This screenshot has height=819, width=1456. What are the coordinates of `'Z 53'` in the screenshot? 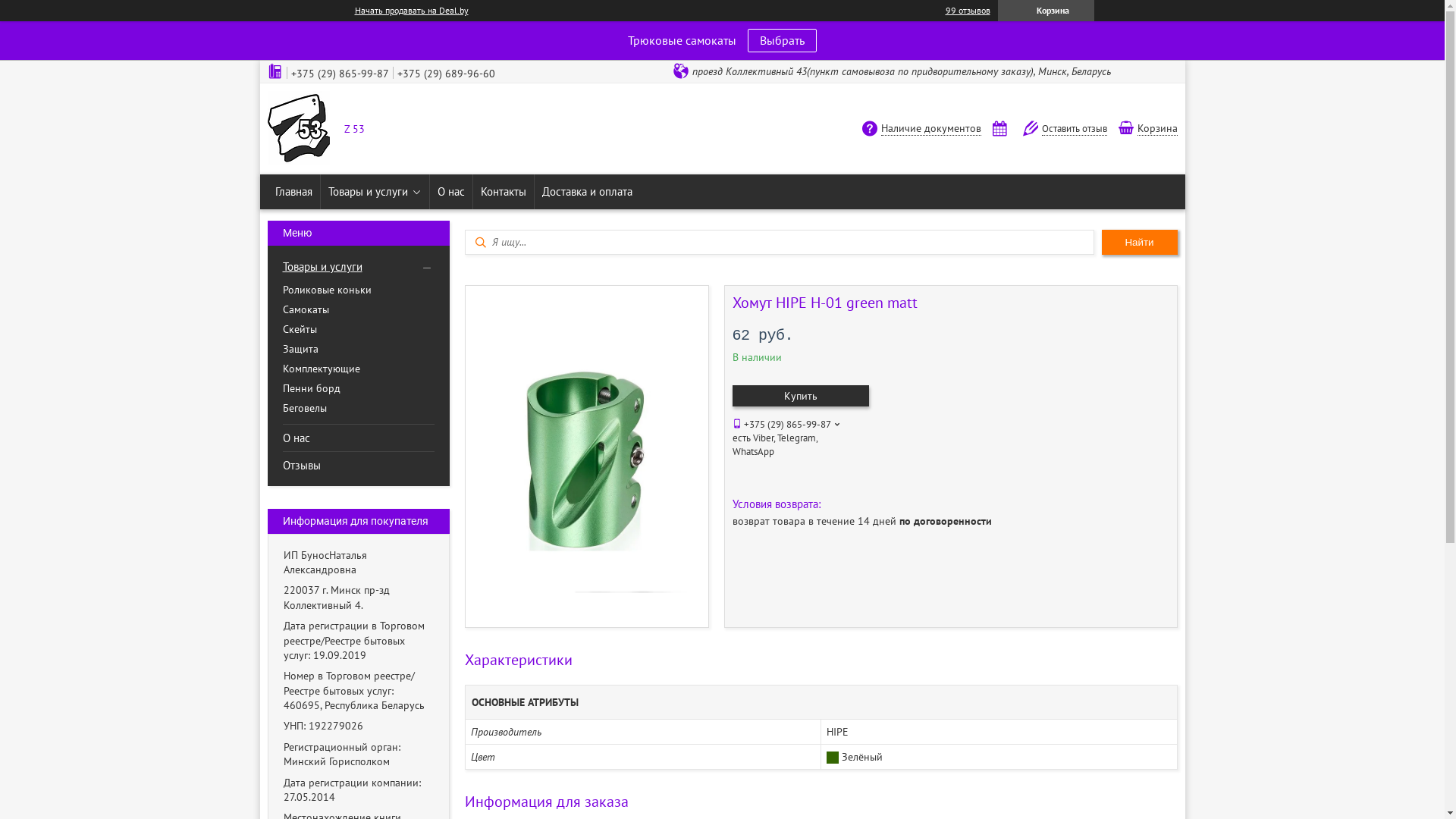 It's located at (298, 128).